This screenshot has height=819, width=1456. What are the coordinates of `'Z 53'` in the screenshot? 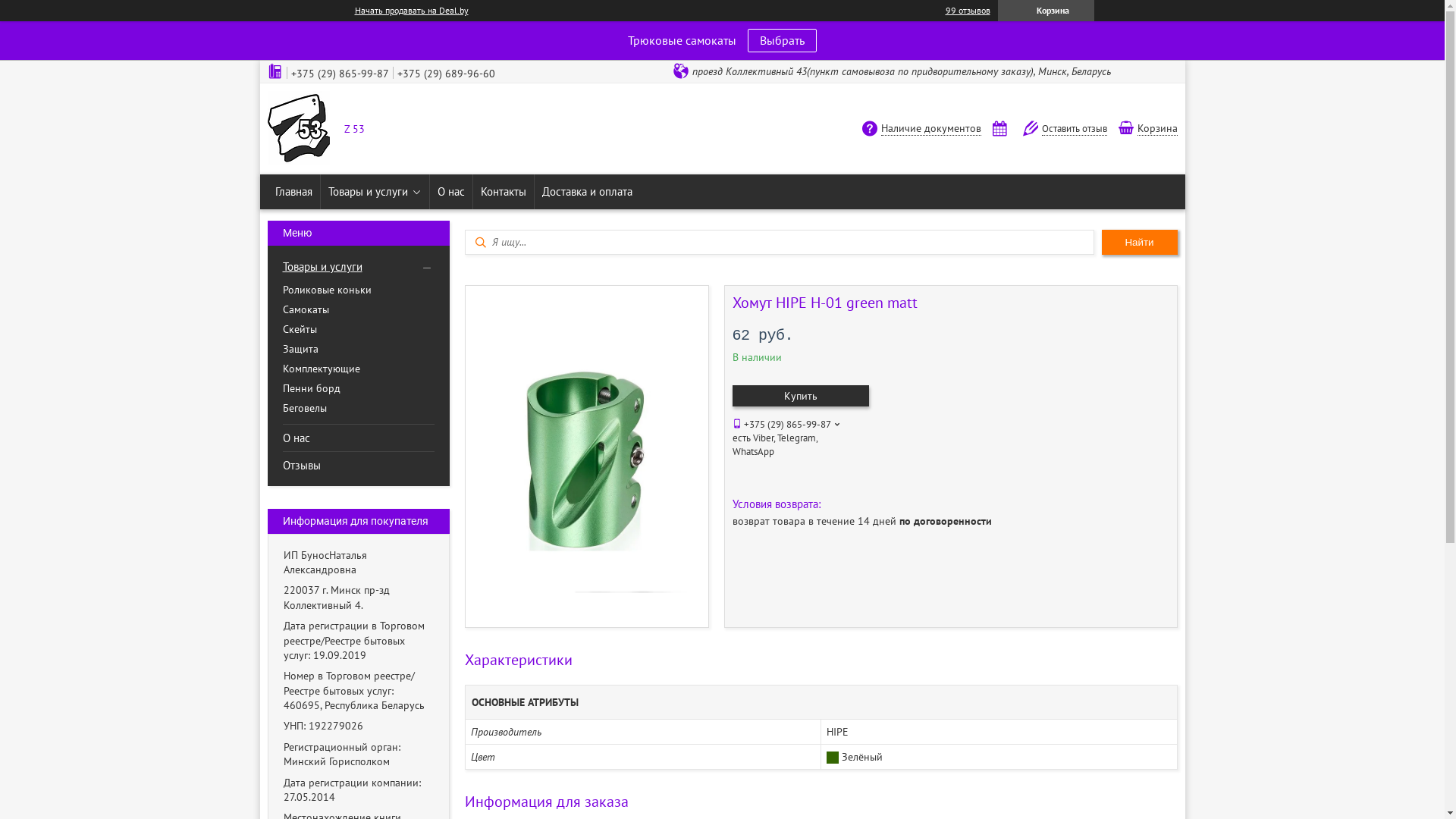 It's located at (298, 128).